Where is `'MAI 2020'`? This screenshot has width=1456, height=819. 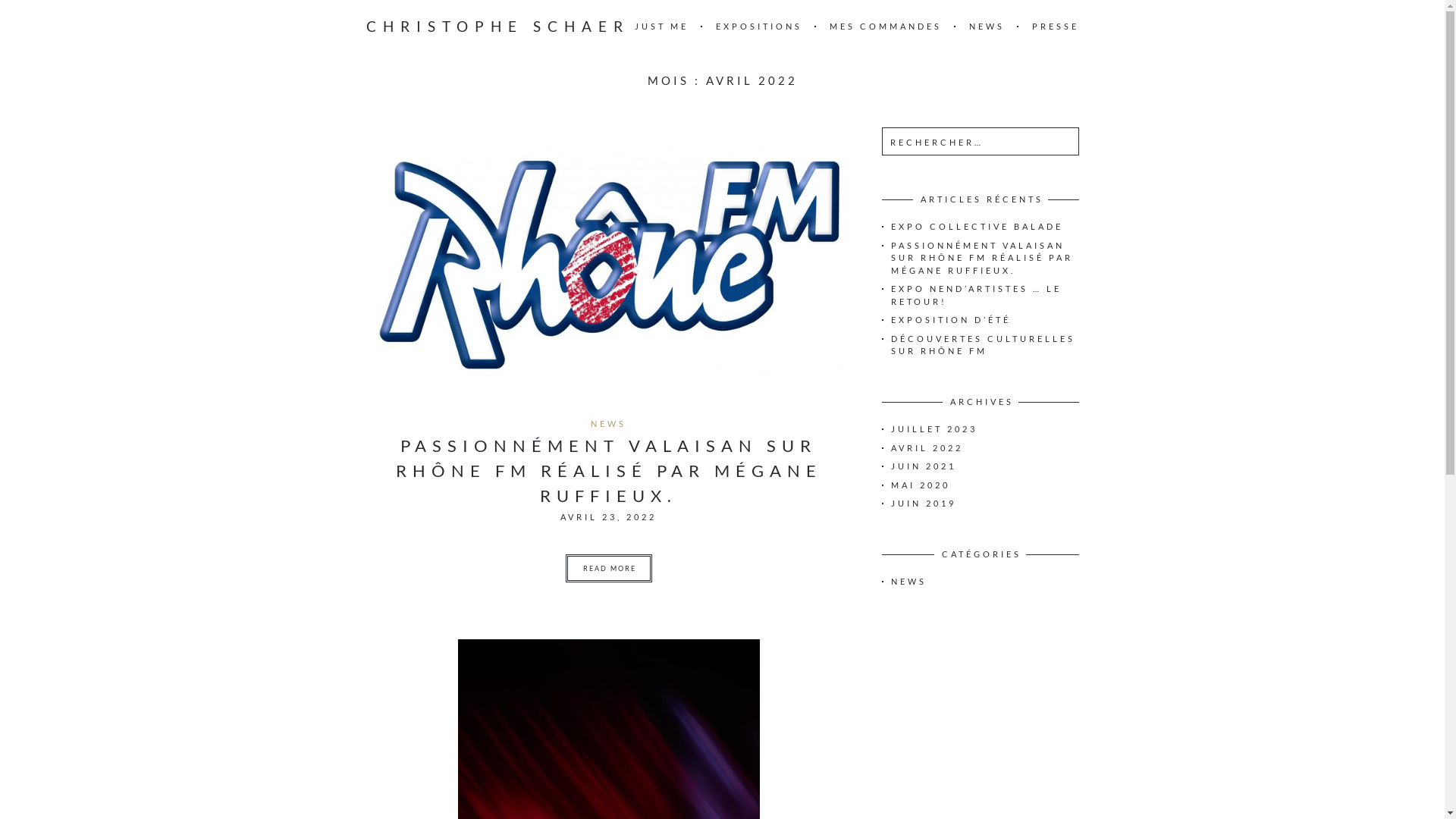 'MAI 2020' is located at coordinates (919, 484).